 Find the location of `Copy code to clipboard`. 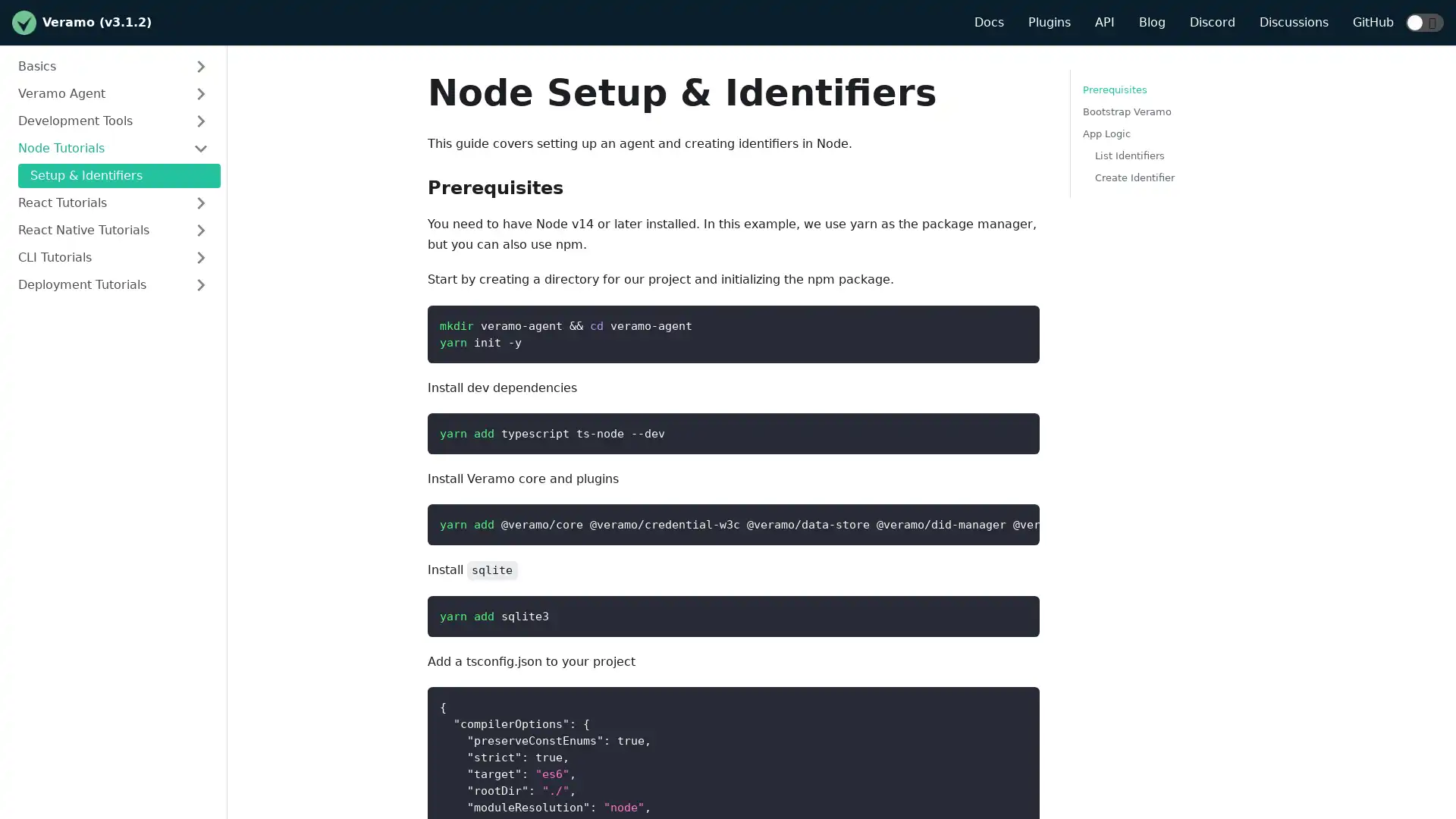

Copy code to clipboard is located at coordinates (1015, 519).